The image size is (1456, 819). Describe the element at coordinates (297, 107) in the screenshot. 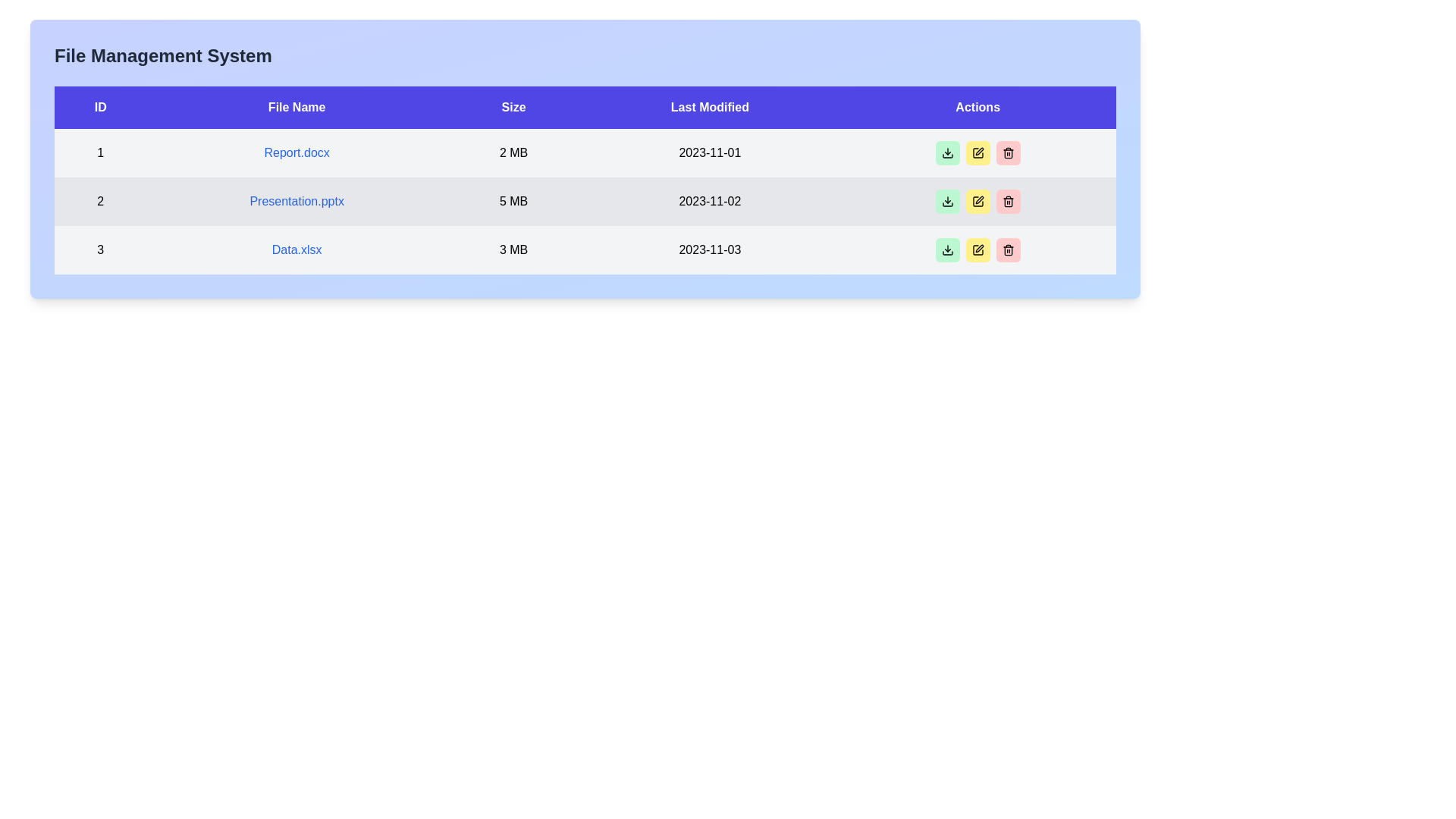

I see `the second column header in the table that indicates the content pertains to file names, positioned between the 'ID' and 'Size' columns` at that location.